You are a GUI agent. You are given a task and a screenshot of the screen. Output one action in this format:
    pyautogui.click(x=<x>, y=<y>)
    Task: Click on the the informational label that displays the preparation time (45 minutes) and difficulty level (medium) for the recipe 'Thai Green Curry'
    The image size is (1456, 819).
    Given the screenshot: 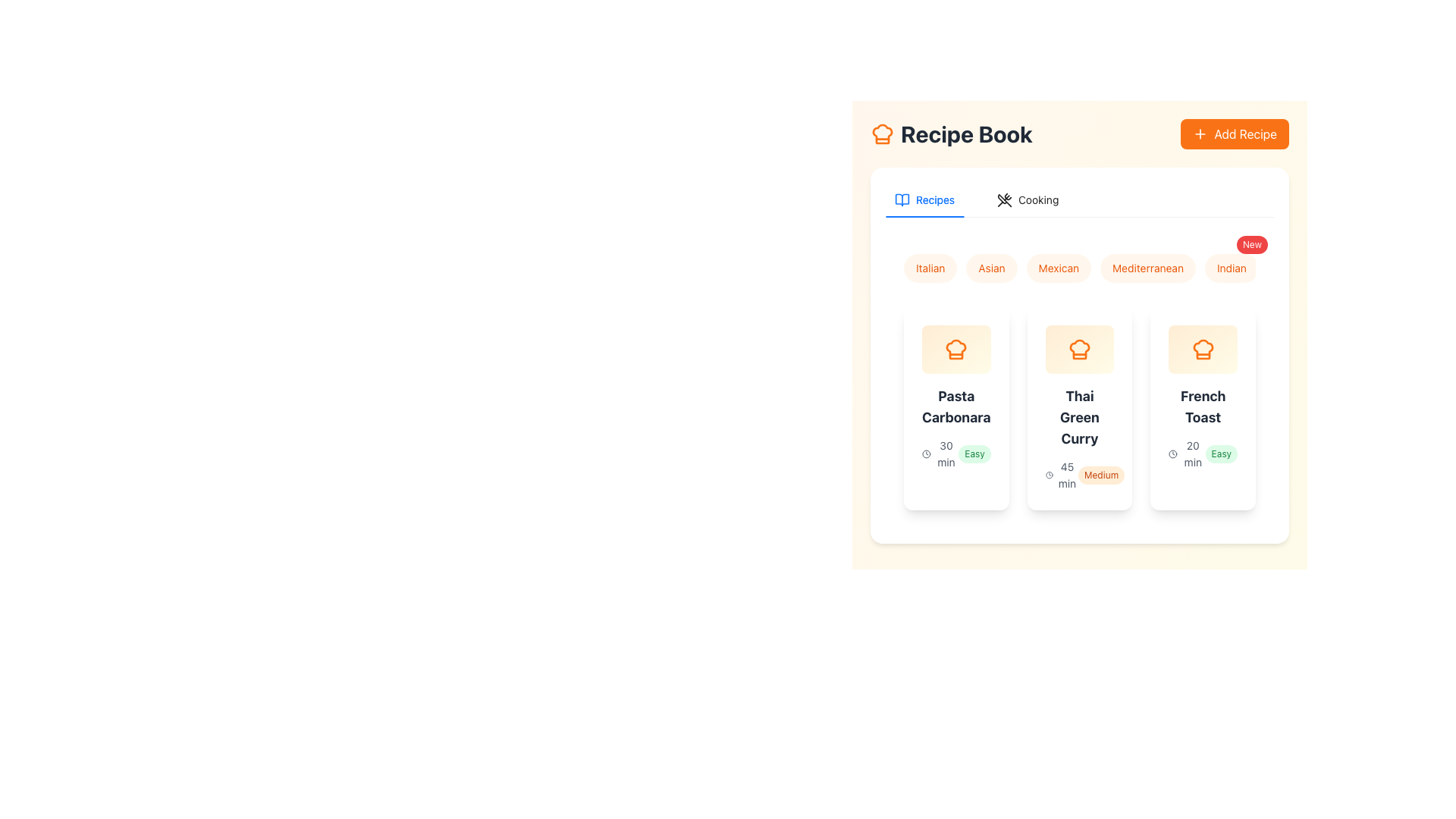 What is the action you would take?
    pyautogui.click(x=1079, y=475)
    